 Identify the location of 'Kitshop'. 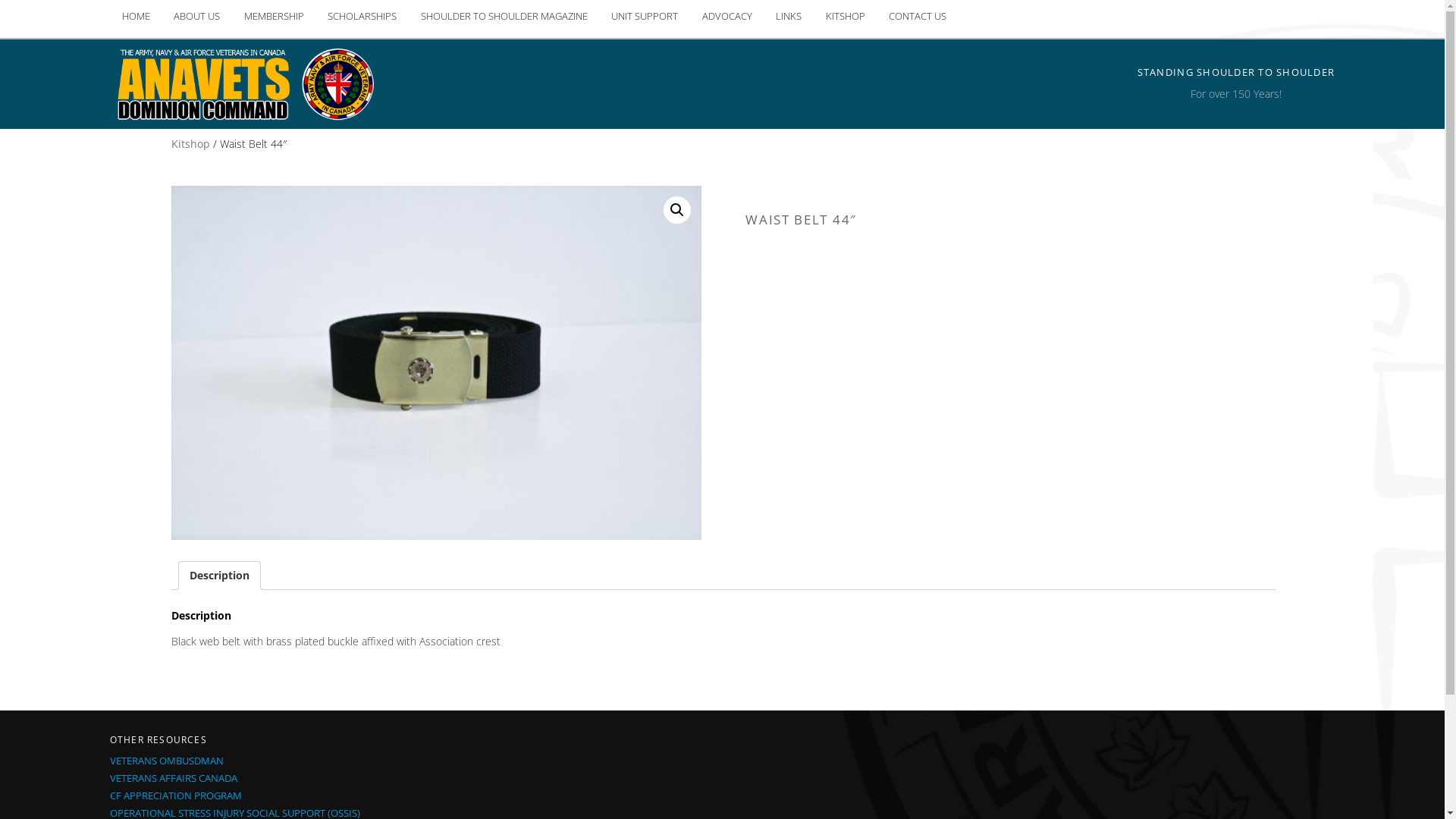
(190, 143).